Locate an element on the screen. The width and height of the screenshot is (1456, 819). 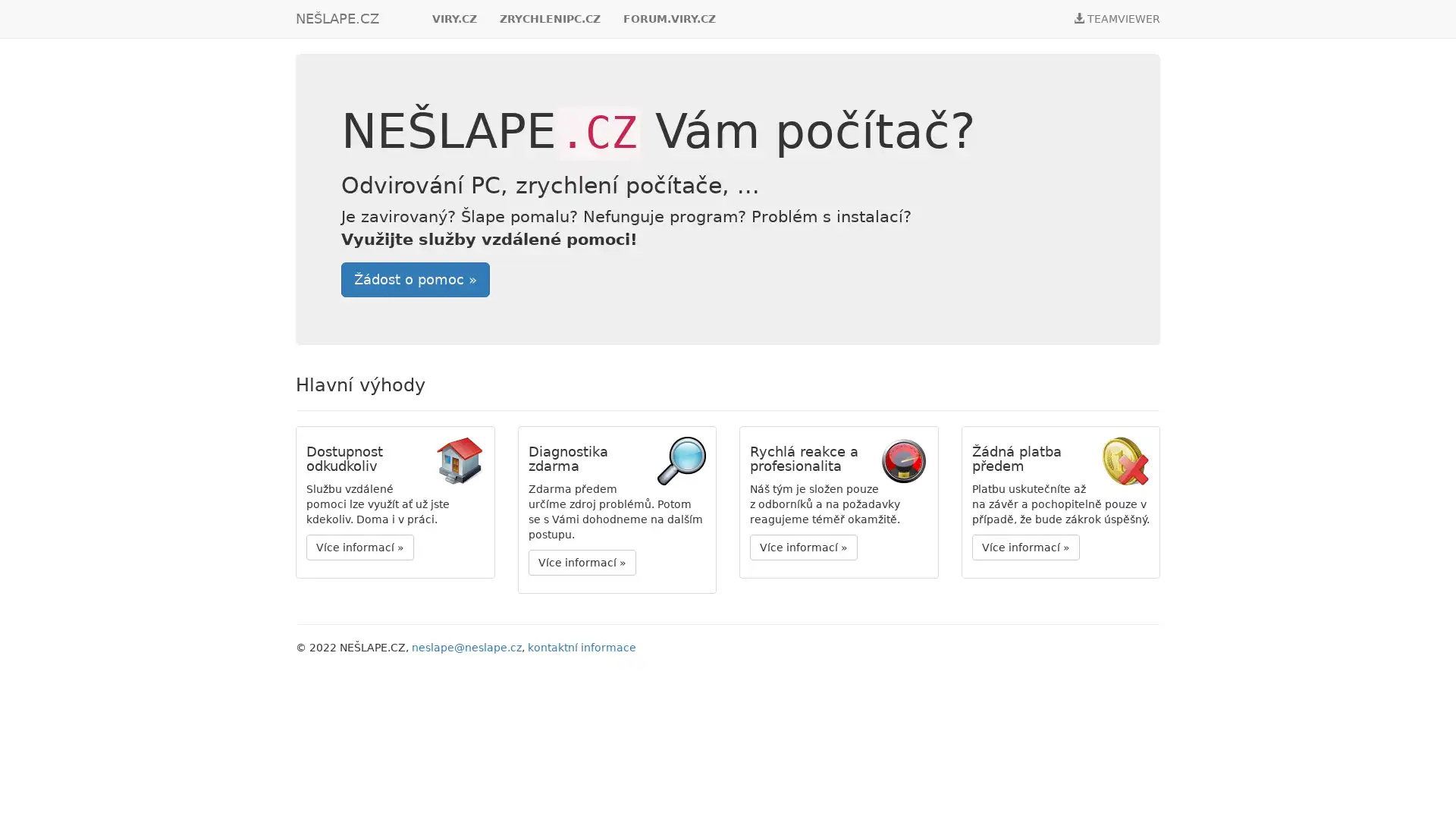
Vice informaci is located at coordinates (359, 547).